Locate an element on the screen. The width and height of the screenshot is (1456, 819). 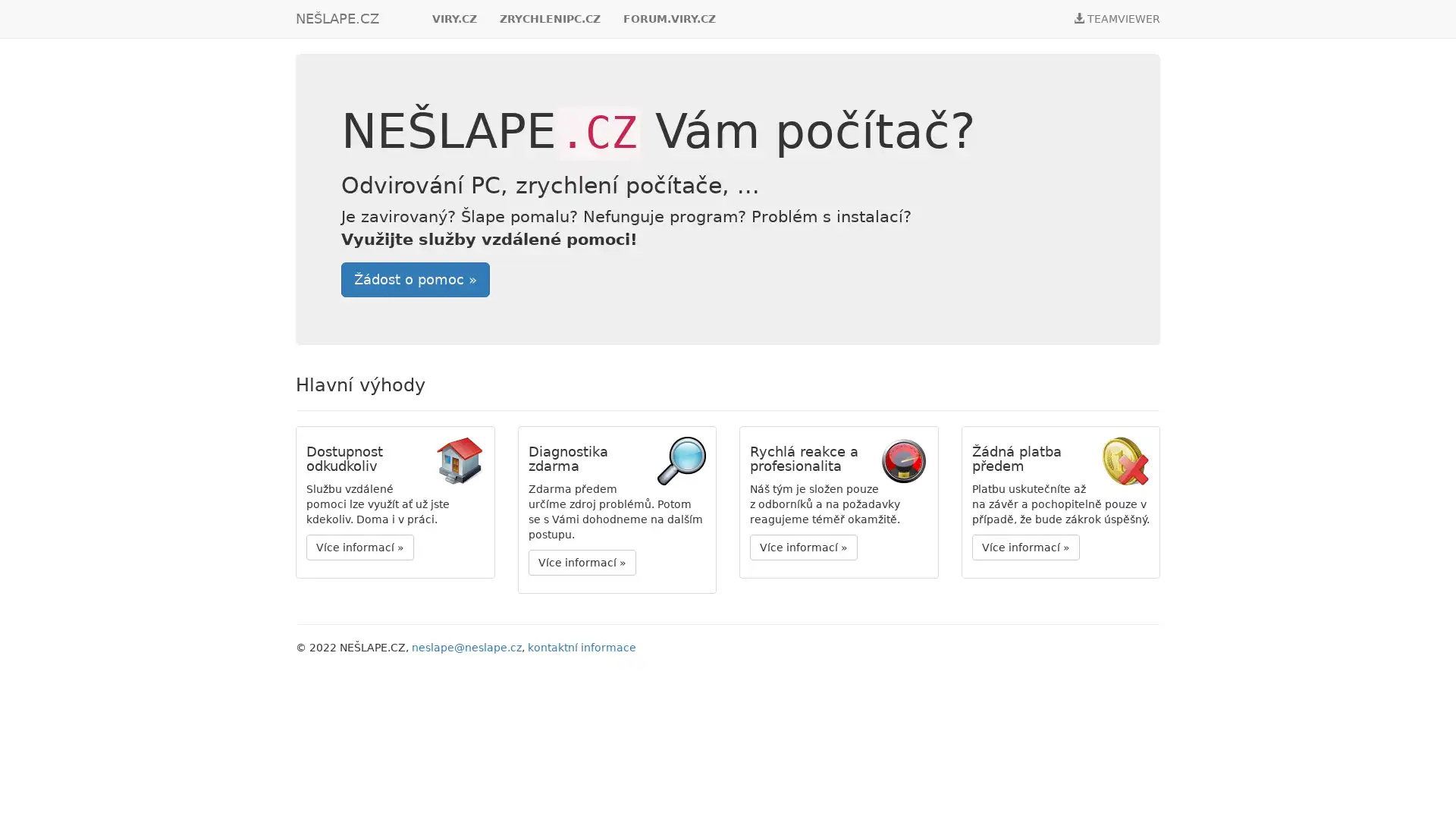
Vice informaci is located at coordinates (359, 547).